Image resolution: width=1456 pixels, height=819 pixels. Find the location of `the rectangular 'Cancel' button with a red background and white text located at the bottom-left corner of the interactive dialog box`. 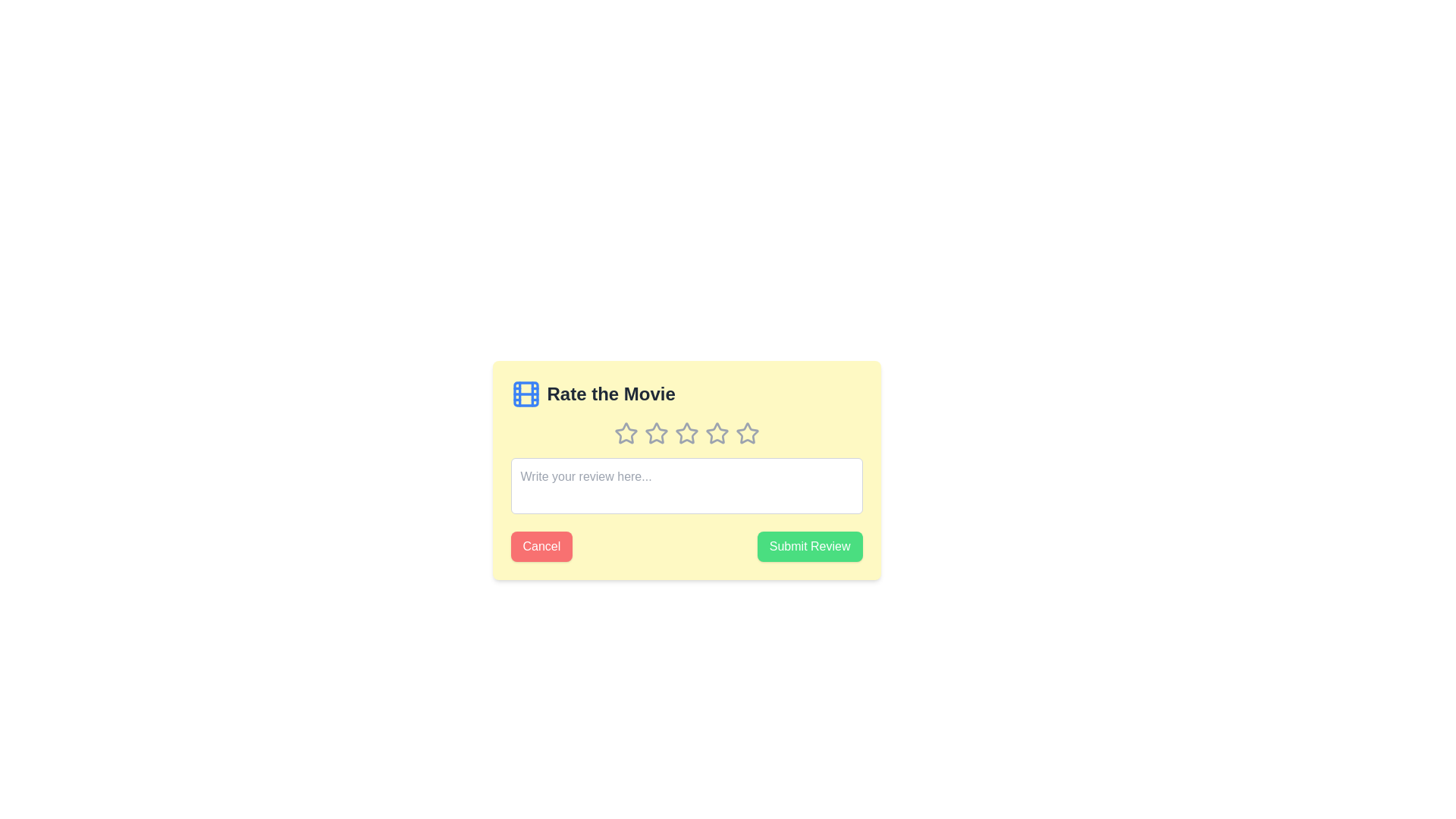

the rectangular 'Cancel' button with a red background and white text located at the bottom-left corner of the interactive dialog box is located at coordinates (541, 547).